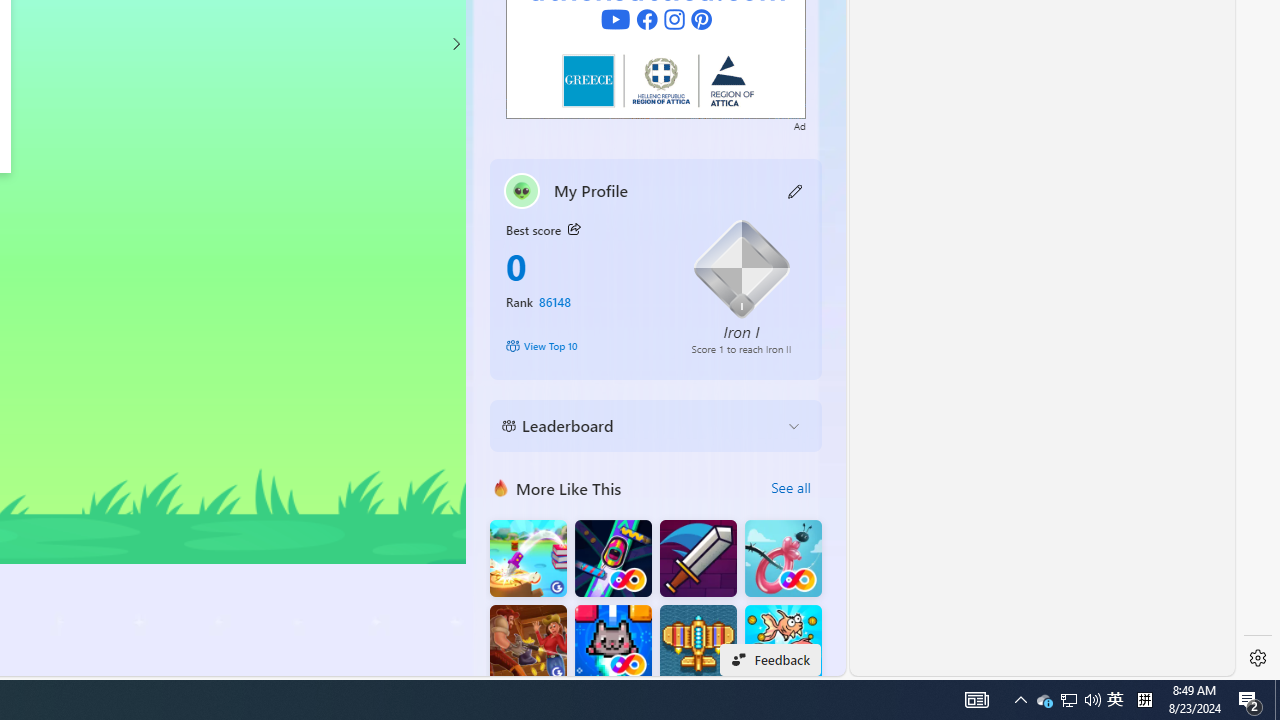  Describe the element at coordinates (698, 558) in the screenshot. I see `'Dungeon Master Knight'` at that location.